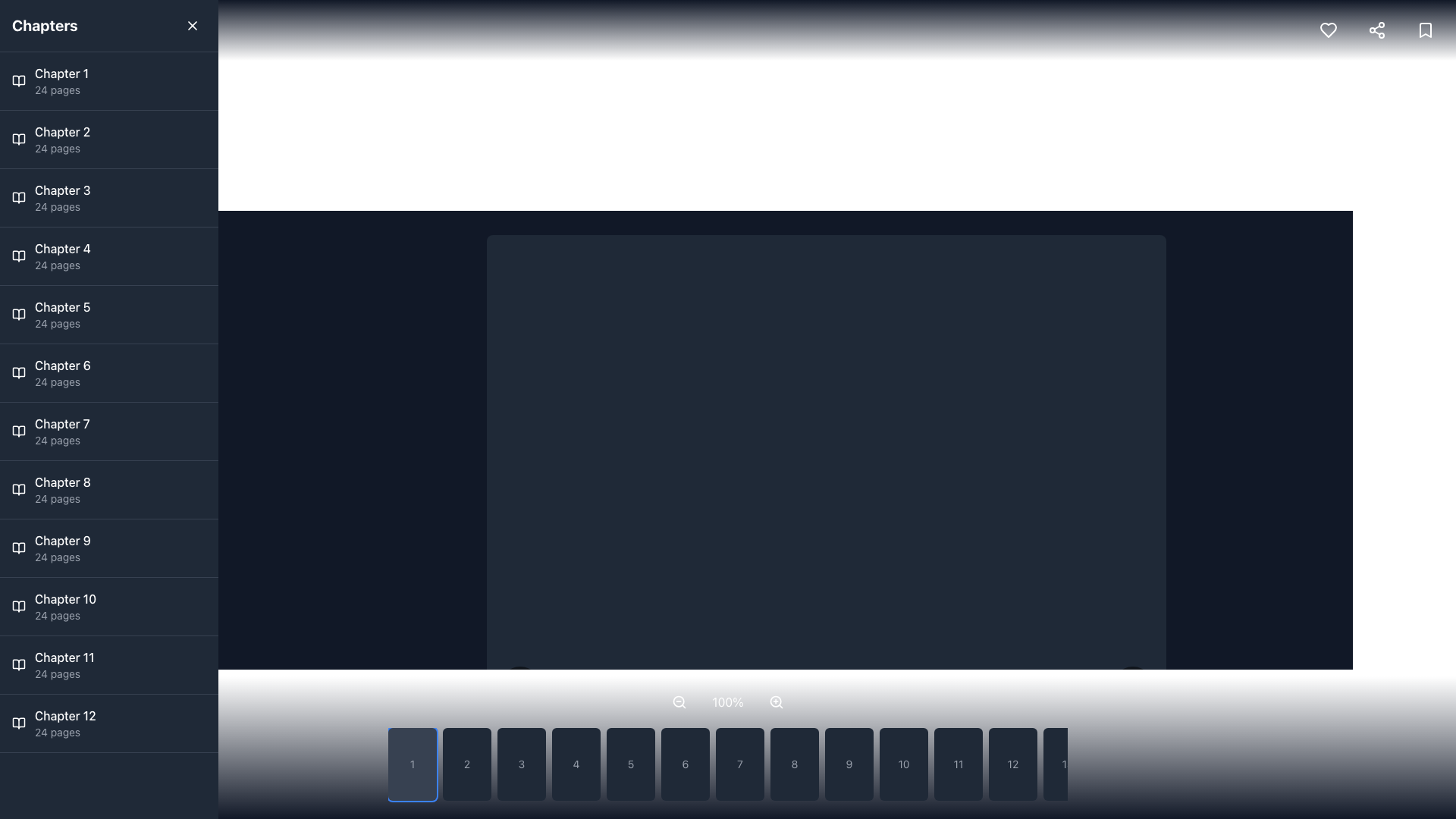  Describe the element at coordinates (1376, 30) in the screenshot. I see `the share icon button located in the top-right corner of the interface` at that location.